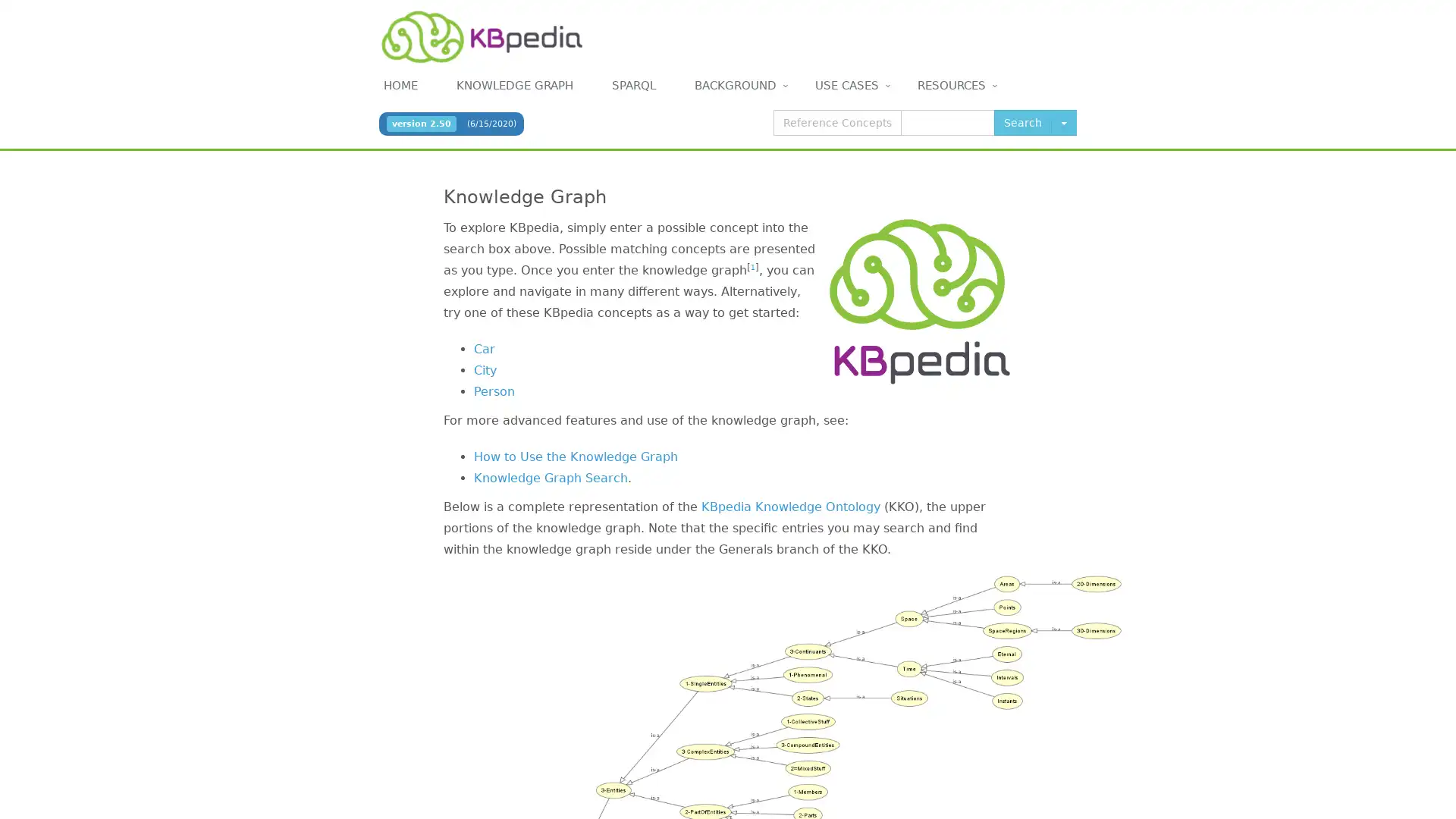 This screenshot has height=819, width=1456. Describe the element at coordinates (1062, 122) in the screenshot. I see `Toggle Dropdown` at that location.